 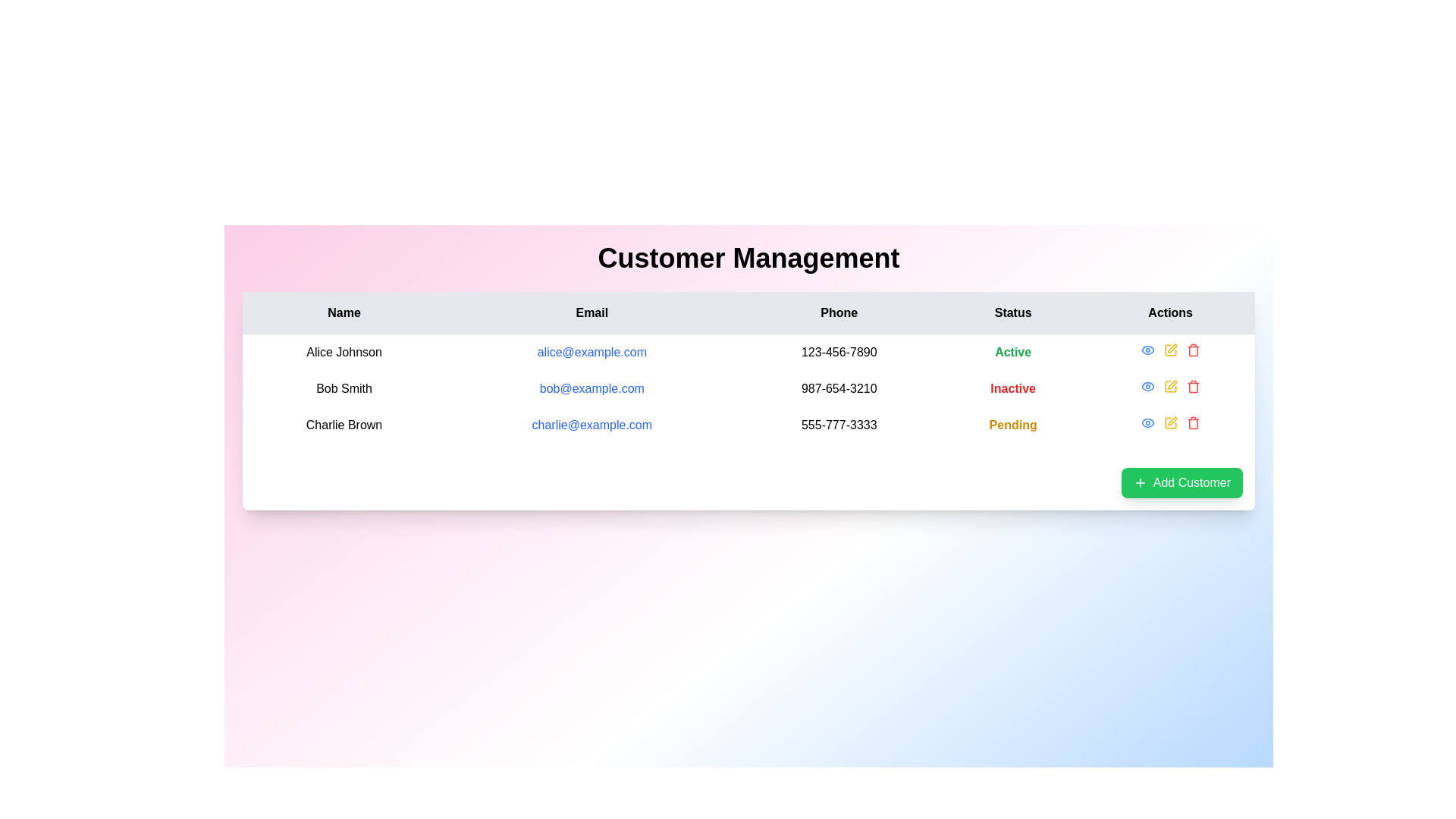 What do you see at coordinates (1013, 425) in the screenshot?
I see `the 'Pending' status text label in the 'Status' column for 'Charlie Brown' in the table` at bounding box center [1013, 425].